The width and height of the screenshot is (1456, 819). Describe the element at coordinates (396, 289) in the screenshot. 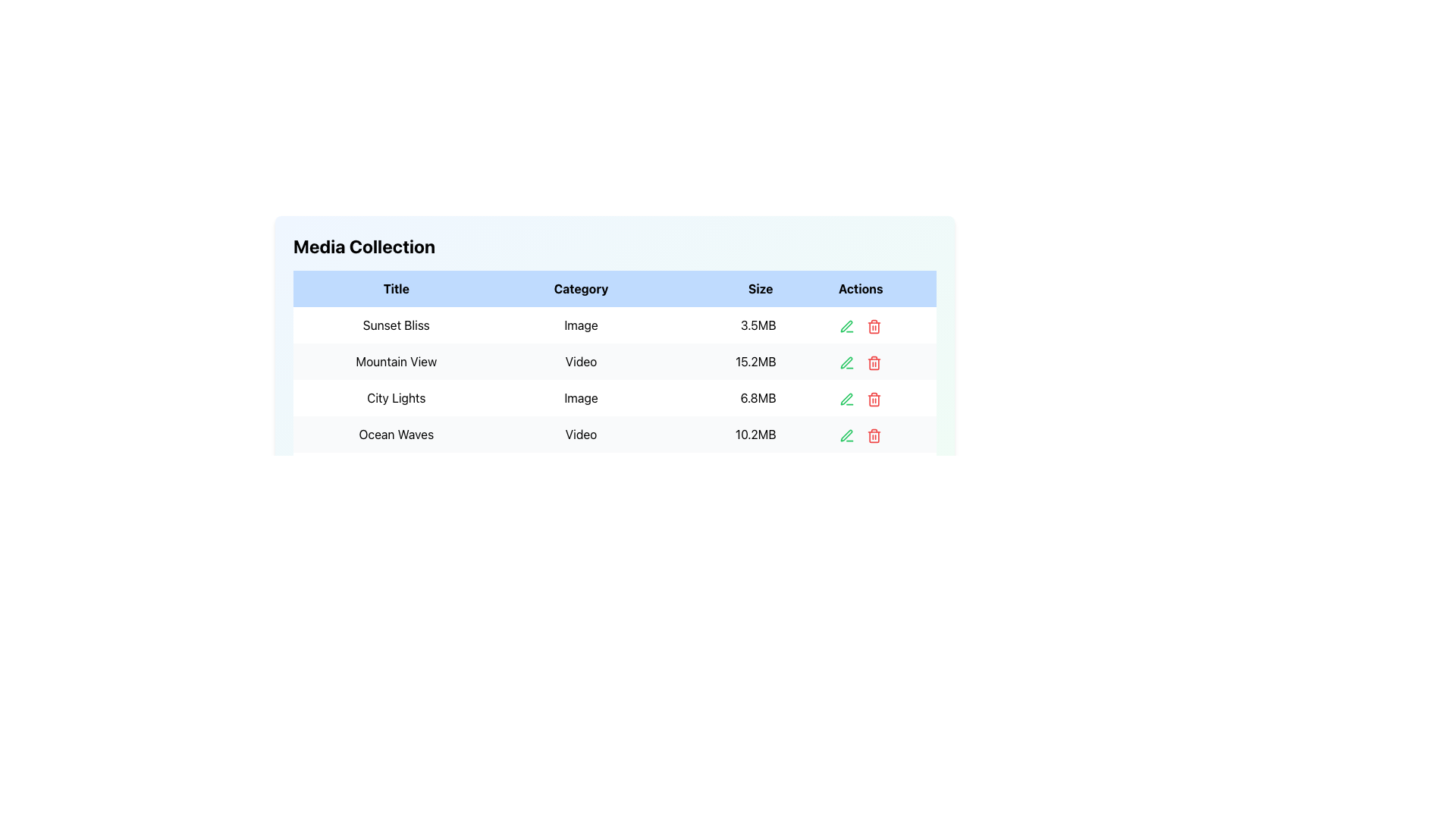

I see `text from the Table Header that displays 'Title', which is centrally aligned in a horizontally-styled table header row with a light blue background, located to the left of the 'Category' header` at that location.